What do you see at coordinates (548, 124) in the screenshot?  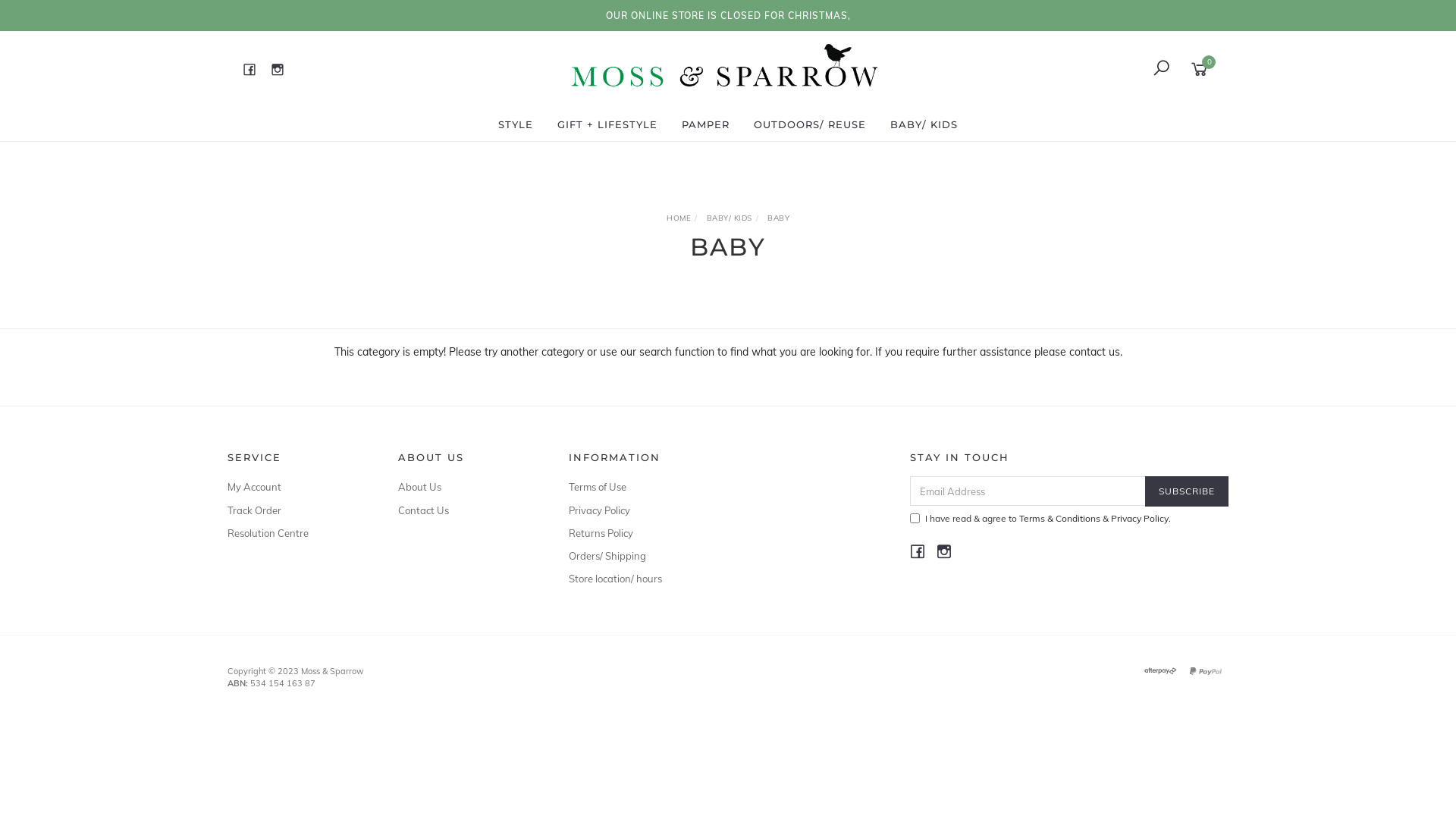 I see `'GIFT + LIFESTYLE'` at bounding box center [548, 124].